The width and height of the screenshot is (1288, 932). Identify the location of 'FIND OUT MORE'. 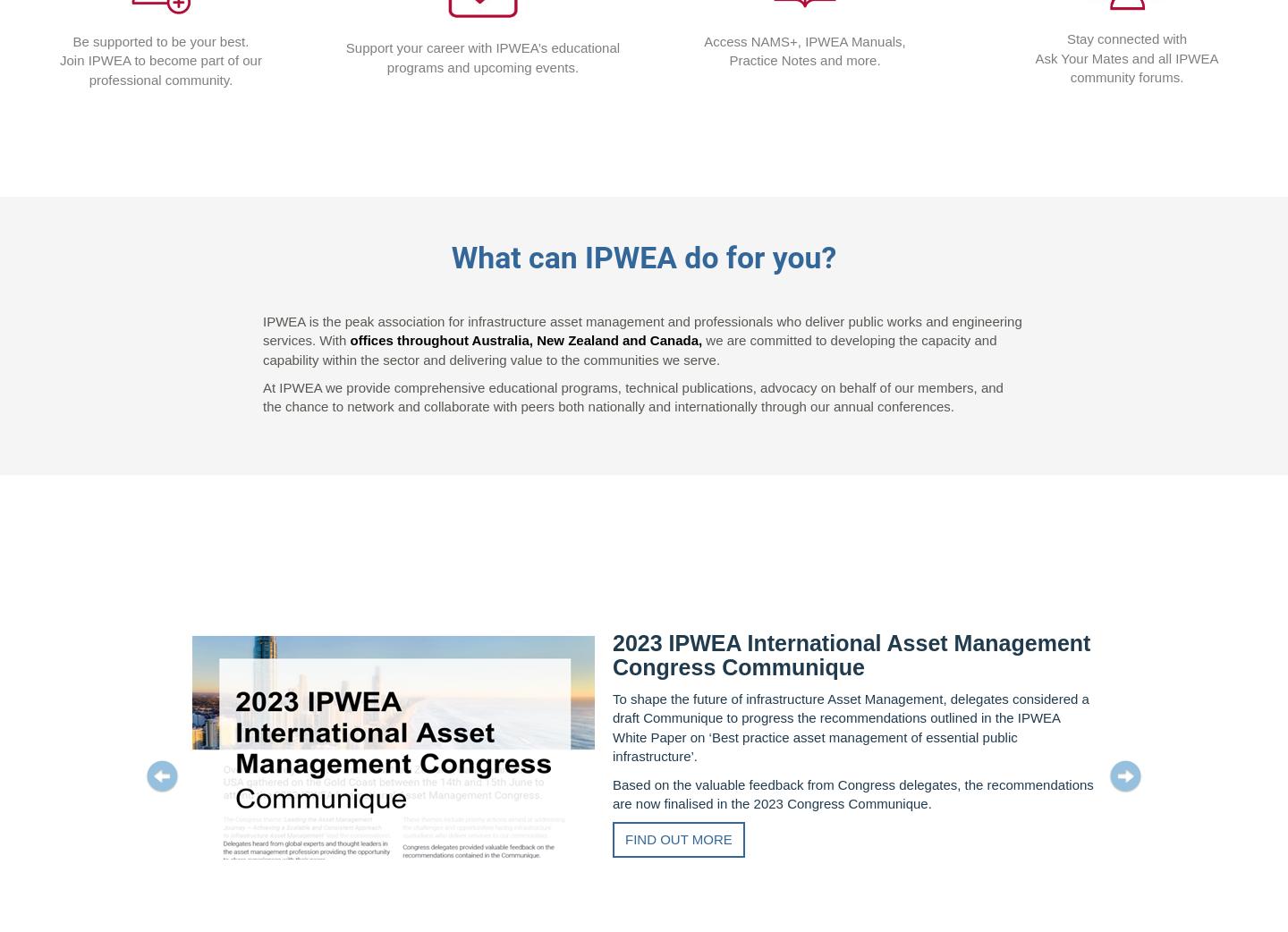
(624, 838).